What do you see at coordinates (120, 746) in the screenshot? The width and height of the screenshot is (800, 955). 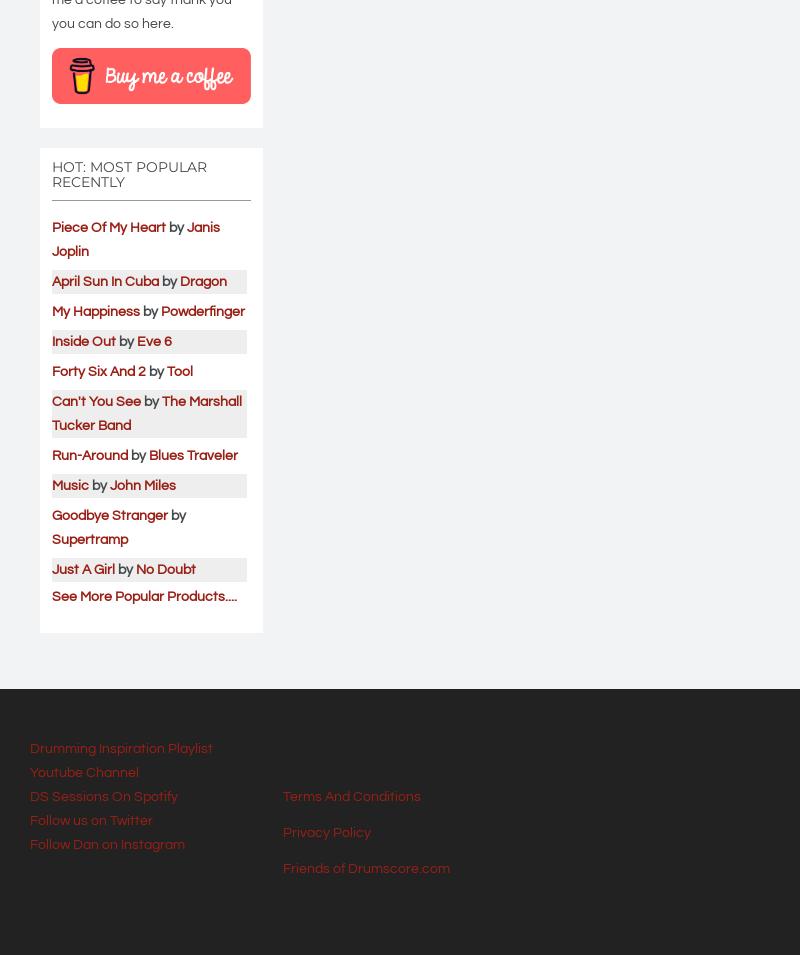 I see `'Drumming Inspiration Playlist'` at bounding box center [120, 746].